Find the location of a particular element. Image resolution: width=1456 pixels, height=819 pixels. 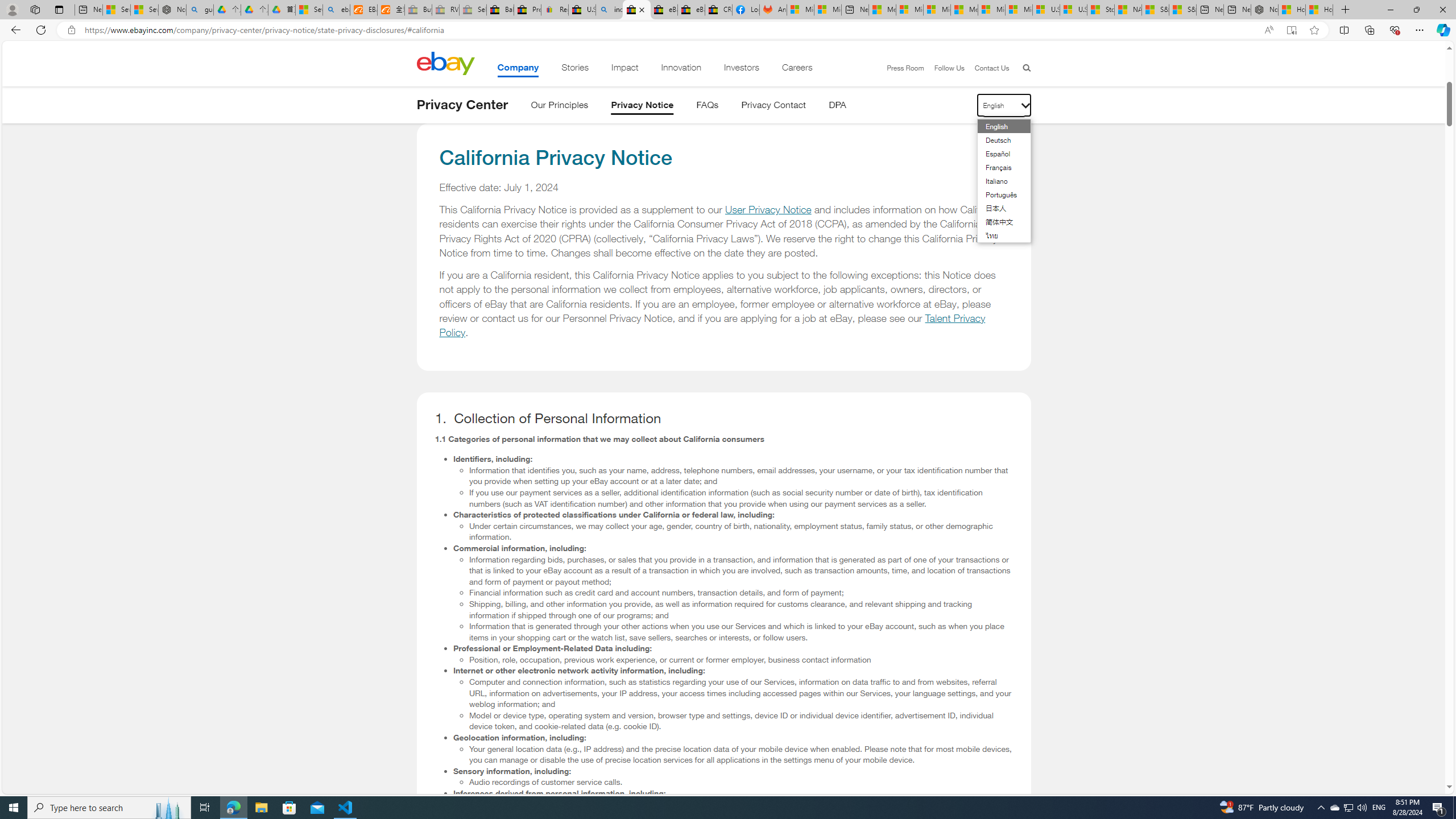

'Back' is located at coordinates (14, 29).